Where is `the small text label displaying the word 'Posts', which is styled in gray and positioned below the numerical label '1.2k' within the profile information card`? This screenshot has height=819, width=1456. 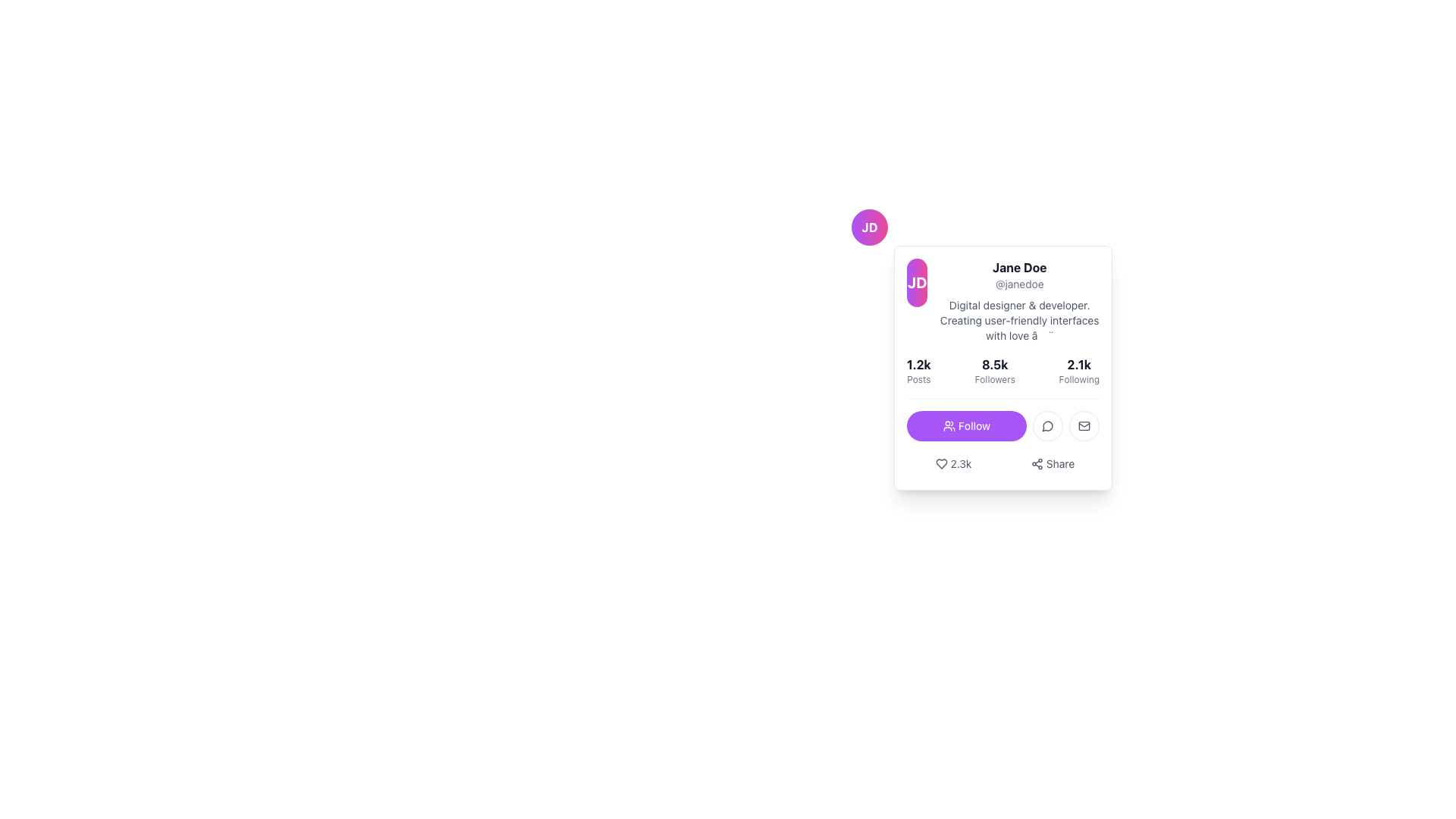
the small text label displaying the word 'Posts', which is styled in gray and positioned below the numerical label '1.2k' within the profile information card is located at coordinates (918, 379).